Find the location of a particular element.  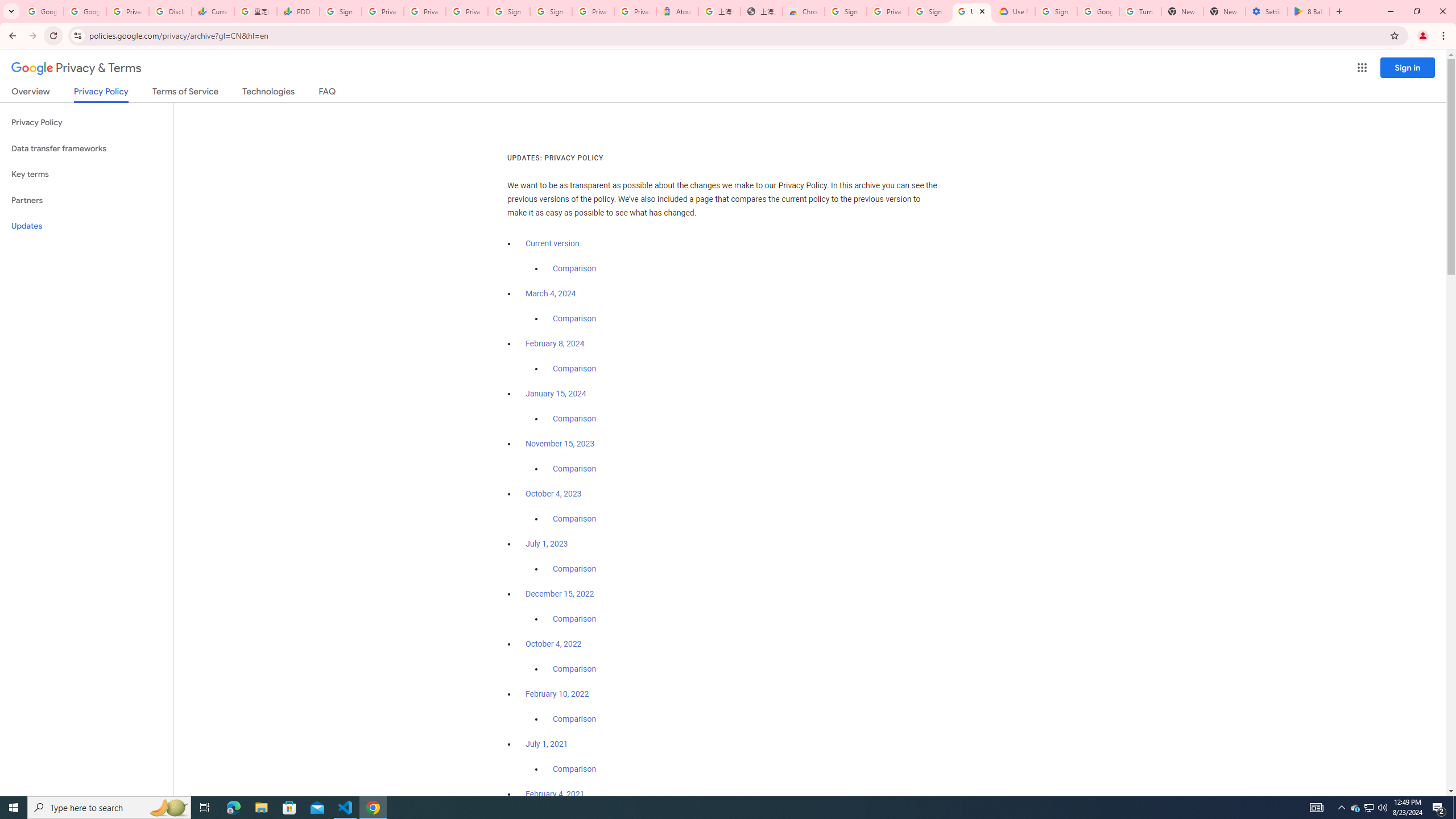

'Google Workspace Admin Community' is located at coordinates (42, 11).